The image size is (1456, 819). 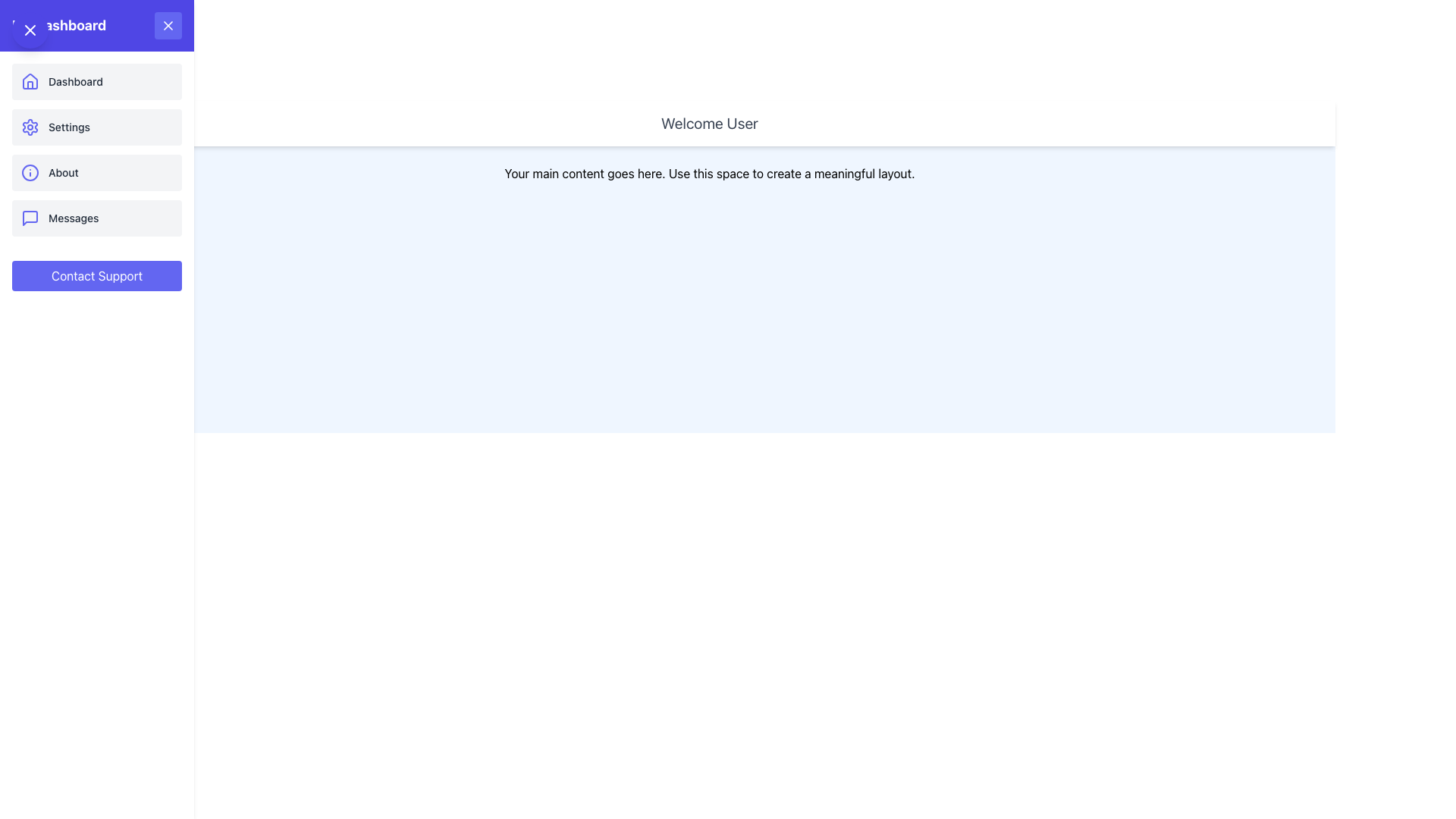 What do you see at coordinates (30, 30) in the screenshot?
I see `the SVG icon that is part of the close button located in the top-left header bar` at bounding box center [30, 30].